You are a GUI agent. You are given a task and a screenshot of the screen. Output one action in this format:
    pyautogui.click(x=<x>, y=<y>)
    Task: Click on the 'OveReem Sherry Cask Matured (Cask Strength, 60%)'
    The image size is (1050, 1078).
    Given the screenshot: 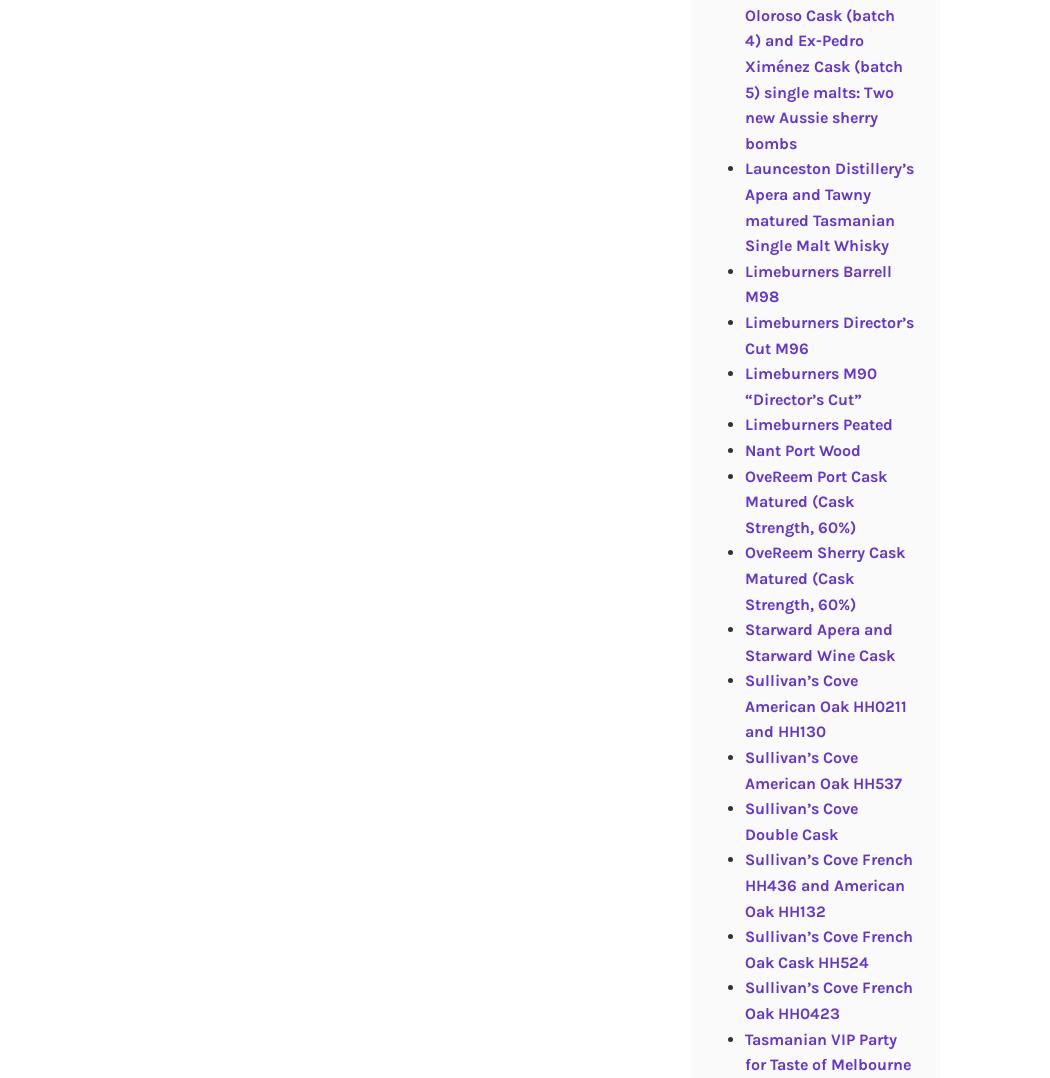 What is the action you would take?
    pyautogui.click(x=743, y=578)
    